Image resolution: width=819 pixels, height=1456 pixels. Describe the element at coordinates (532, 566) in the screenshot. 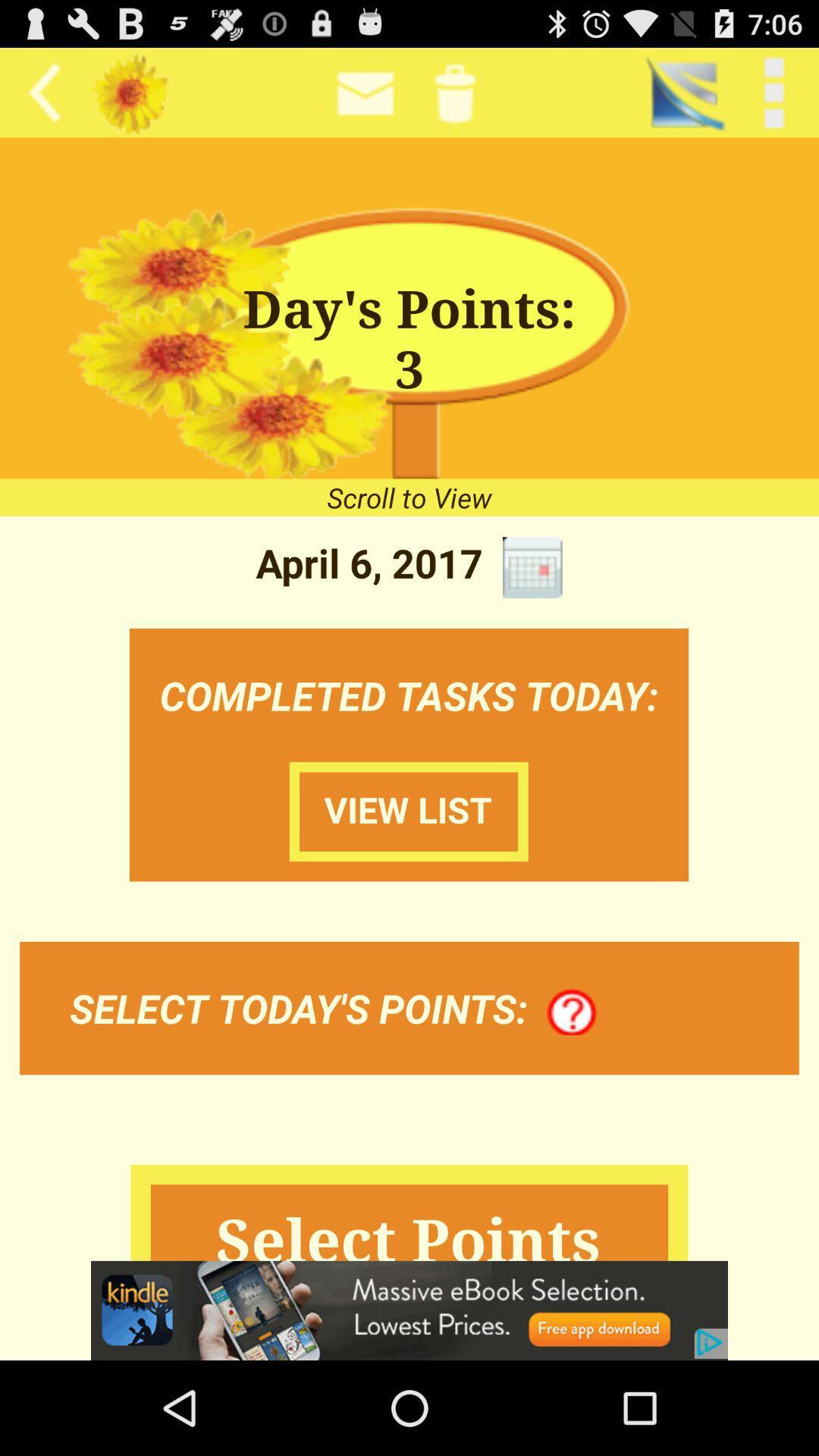

I see `icon next to the april 6, 2017 icon` at that location.